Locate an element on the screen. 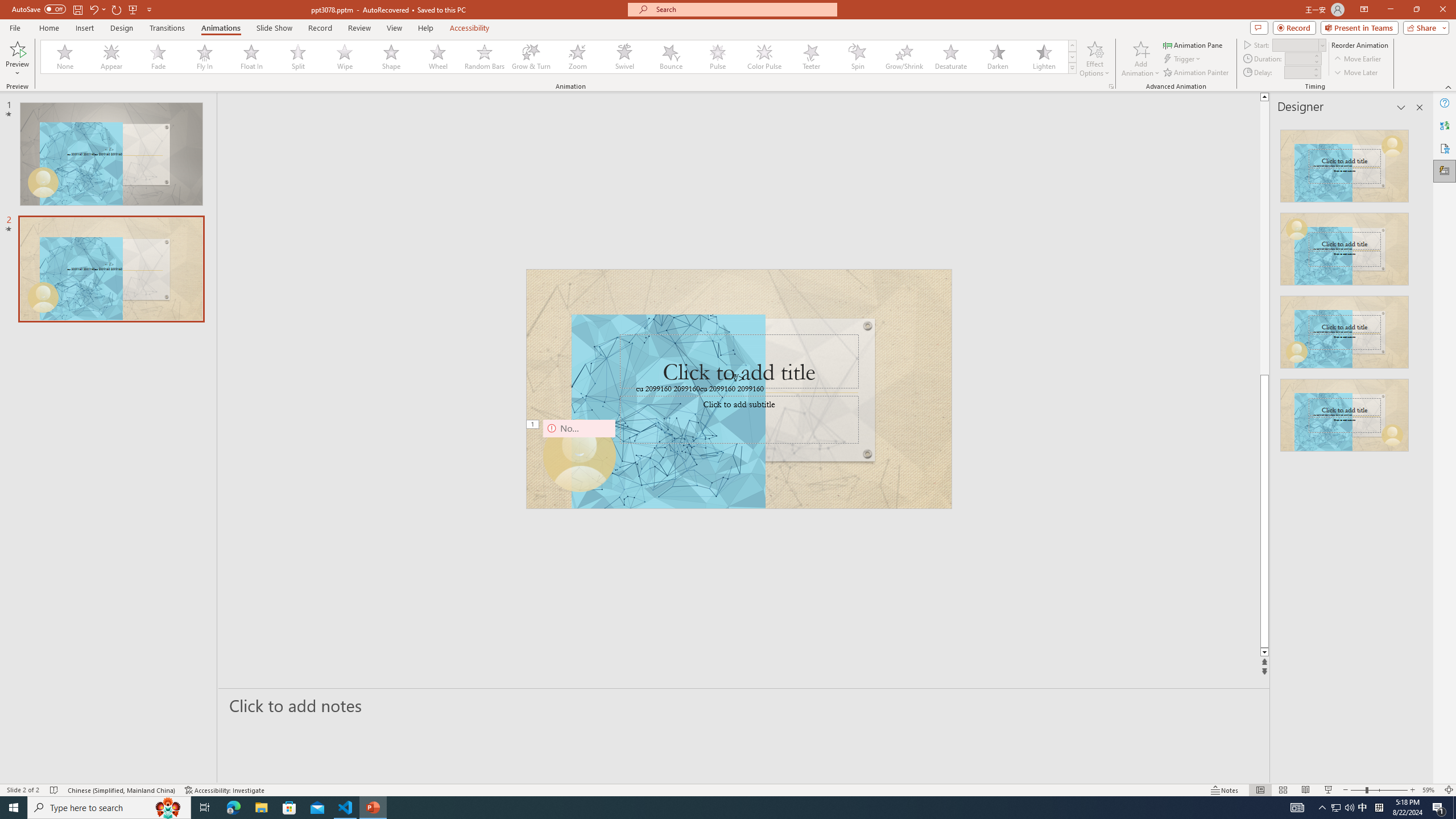  'Animation Painter' is located at coordinates (1196, 72).